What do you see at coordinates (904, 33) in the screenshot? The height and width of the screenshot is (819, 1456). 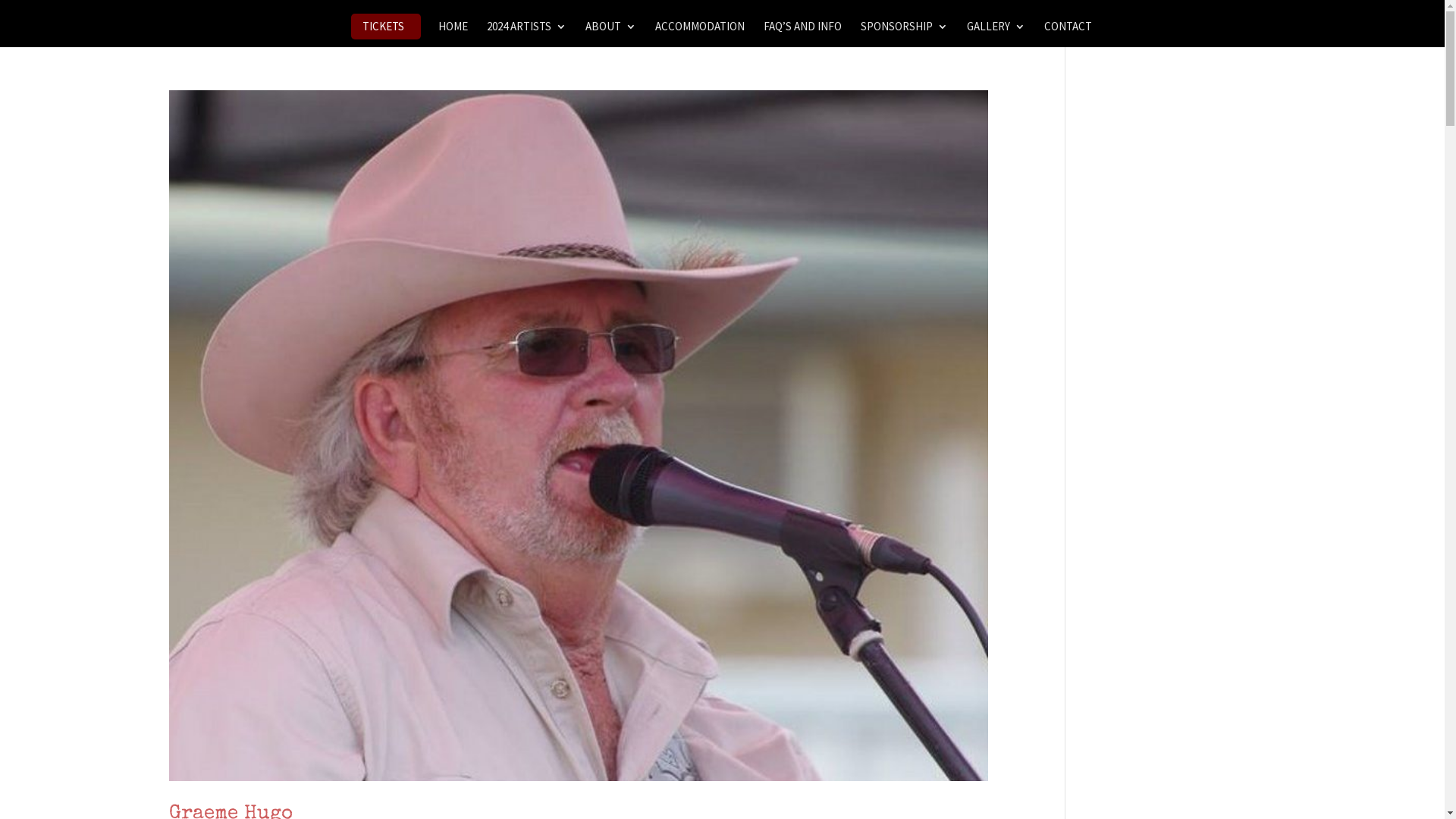 I see `'SPONSORSHIP'` at bounding box center [904, 33].